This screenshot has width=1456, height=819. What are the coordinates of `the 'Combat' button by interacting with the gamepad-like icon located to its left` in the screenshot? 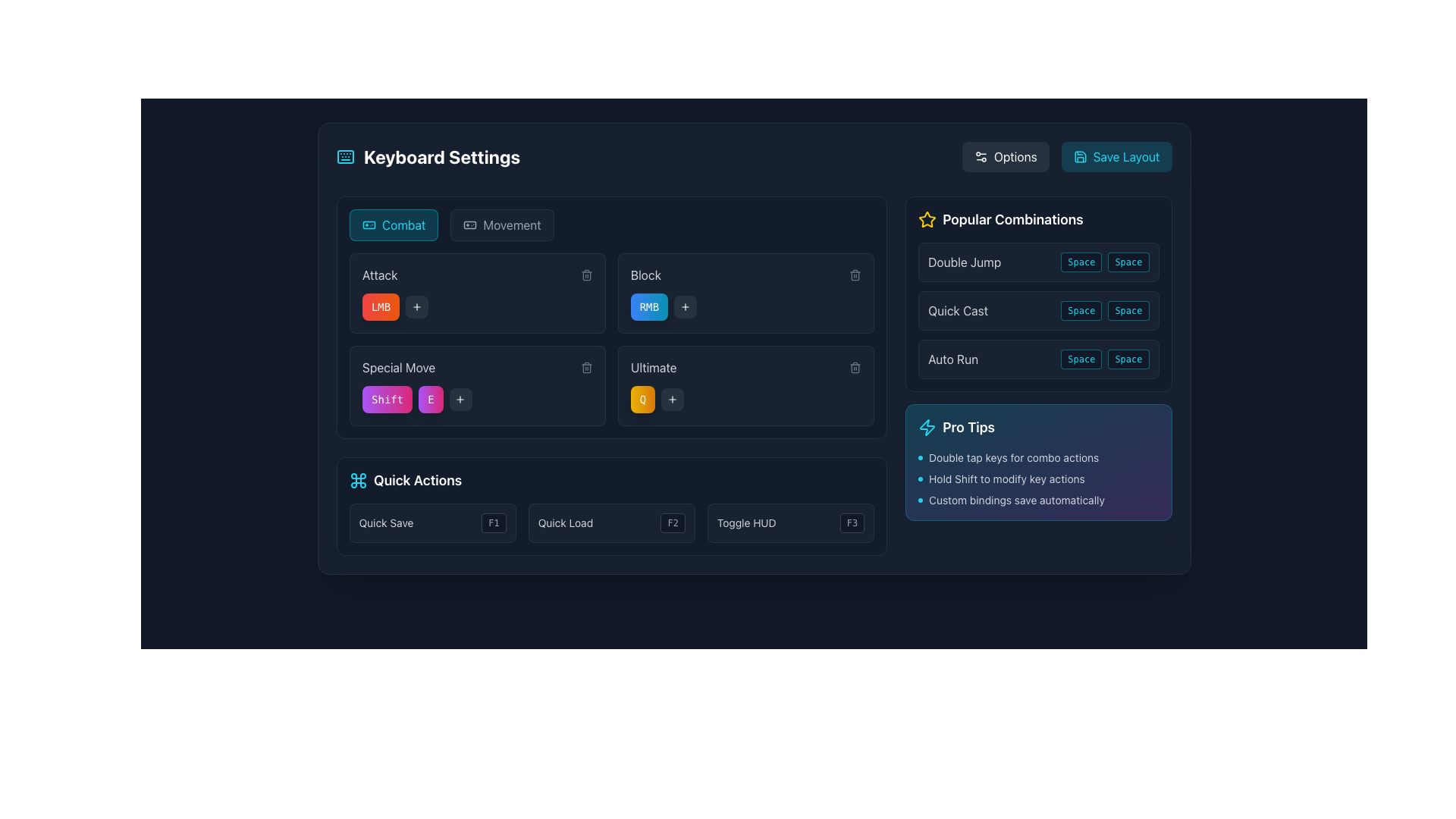 It's located at (369, 225).